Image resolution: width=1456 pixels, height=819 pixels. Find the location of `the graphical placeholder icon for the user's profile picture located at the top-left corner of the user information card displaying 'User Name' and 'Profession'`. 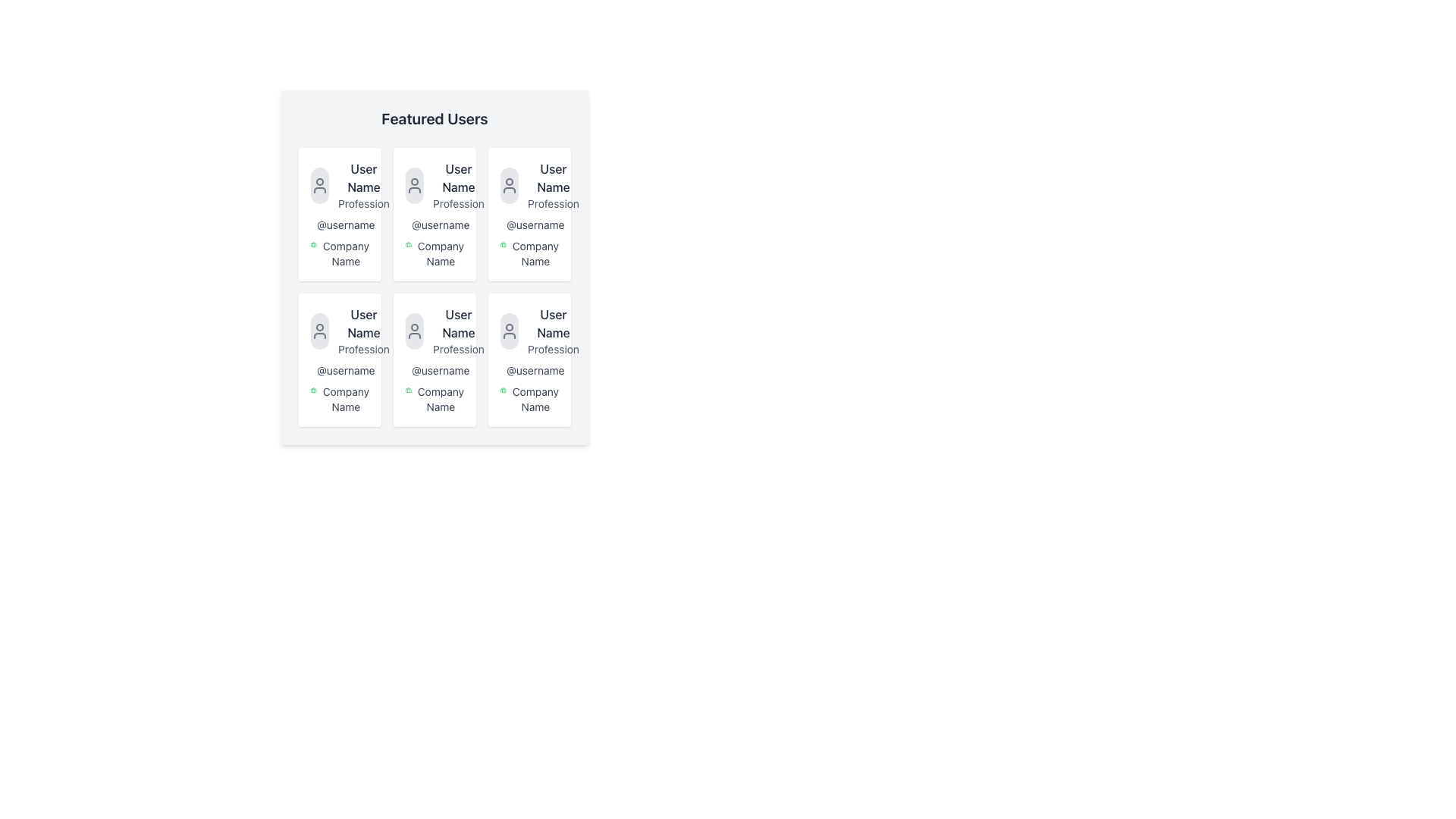

the graphical placeholder icon for the user's profile picture located at the top-left corner of the user information card displaying 'User Name' and 'Profession' is located at coordinates (319, 330).